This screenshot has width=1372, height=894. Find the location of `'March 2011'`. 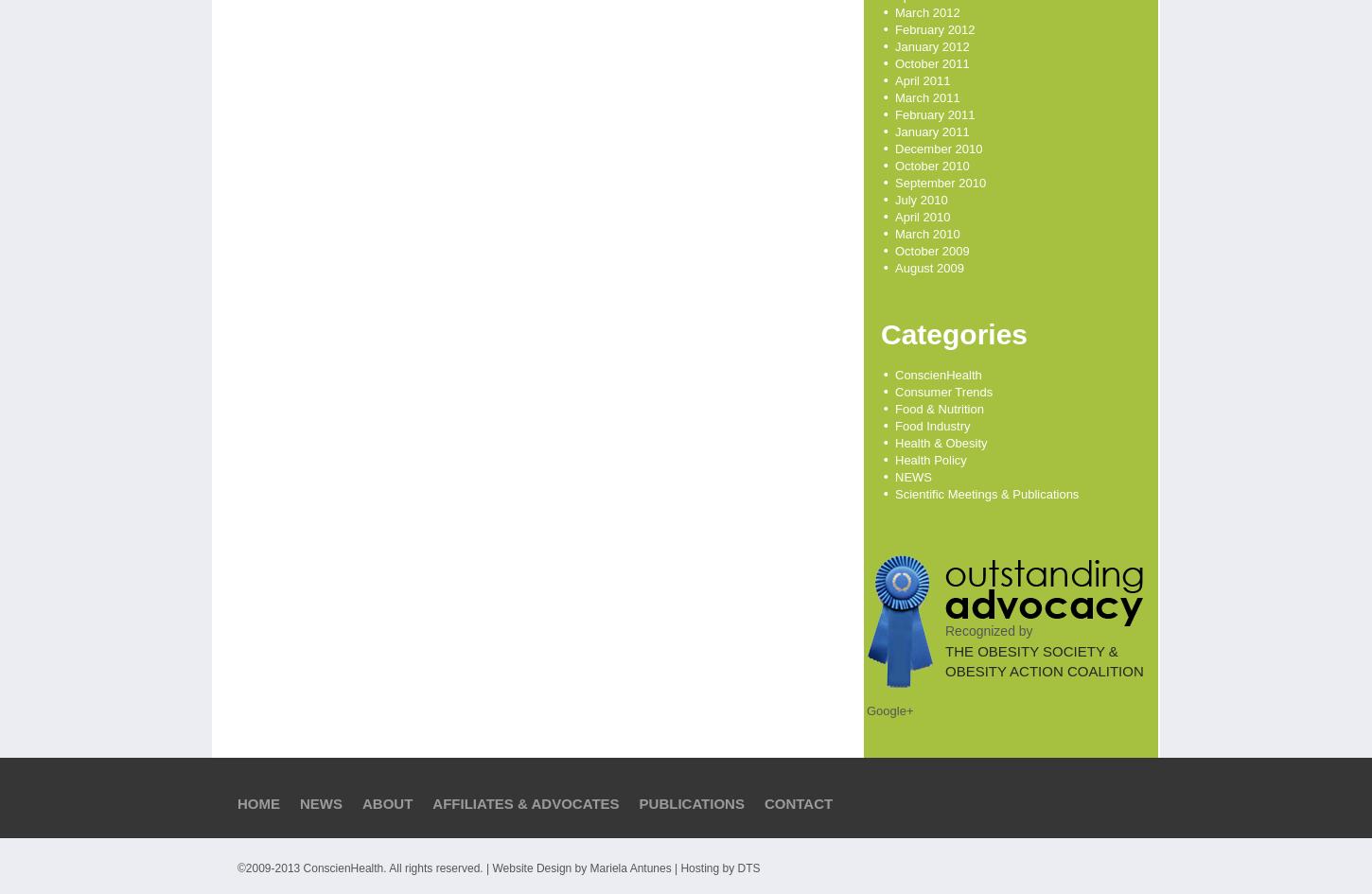

'March 2011' is located at coordinates (927, 96).